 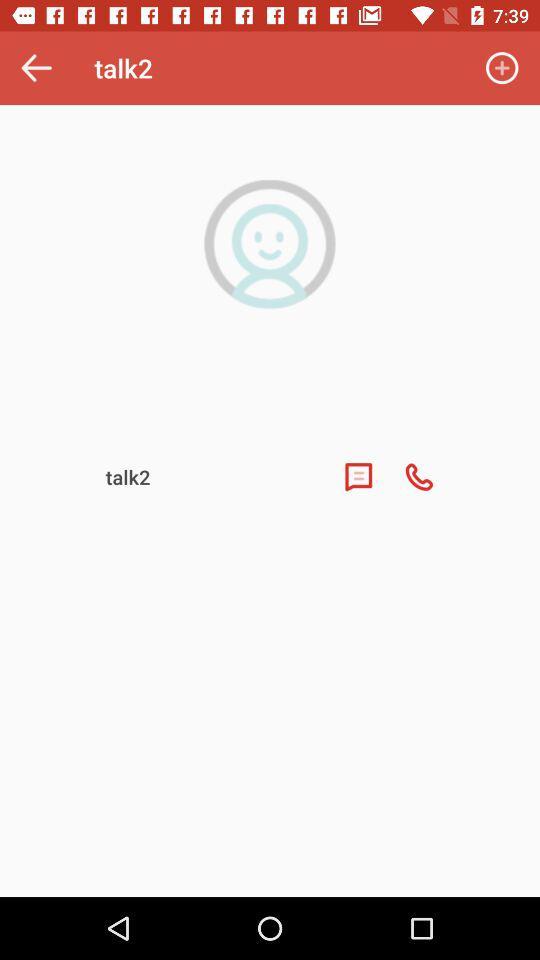 I want to click on the call icon, so click(x=418, y=477).